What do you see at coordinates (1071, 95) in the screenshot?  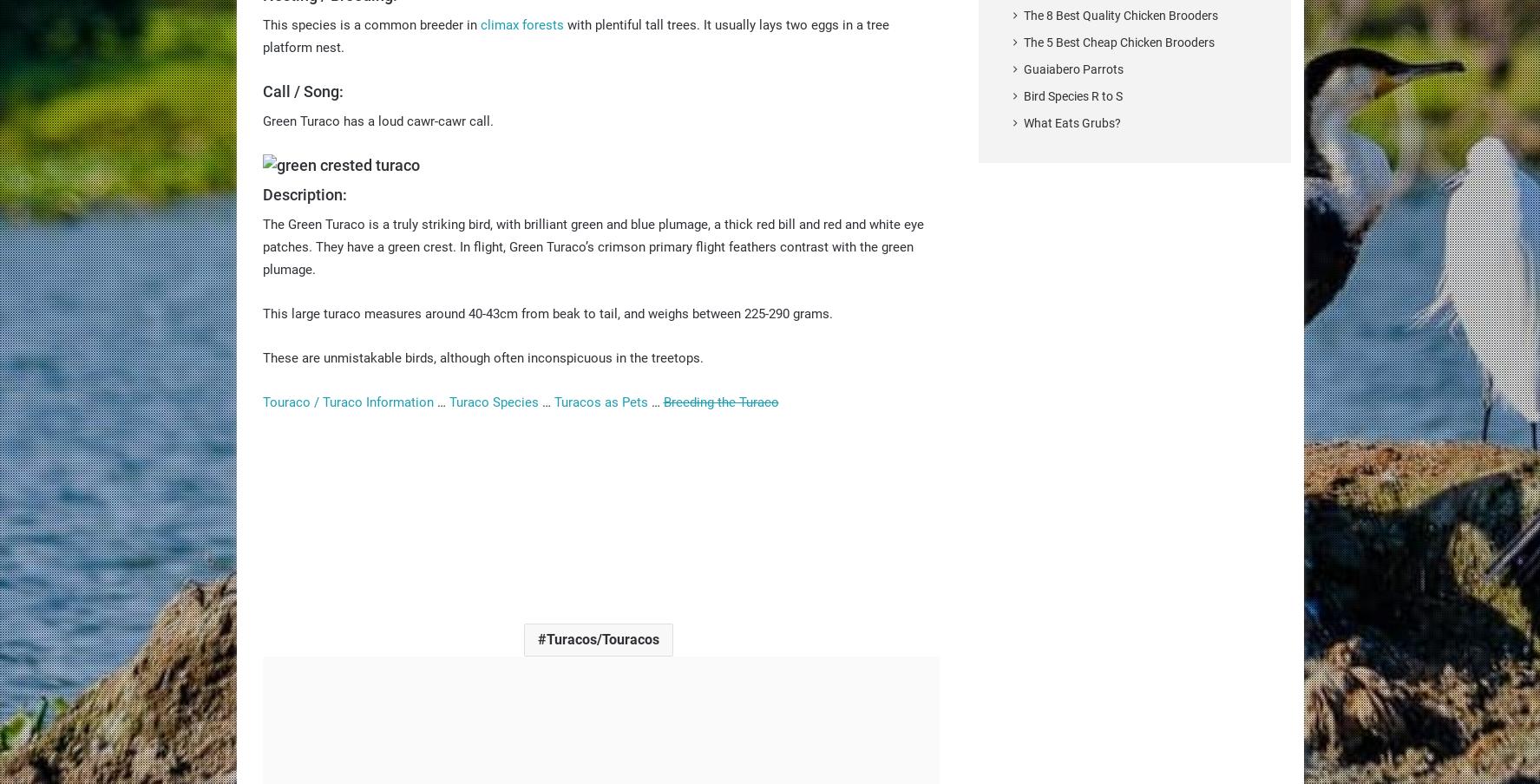 I see `'Bird Species R to S'` at bounding box center [1071, 95].